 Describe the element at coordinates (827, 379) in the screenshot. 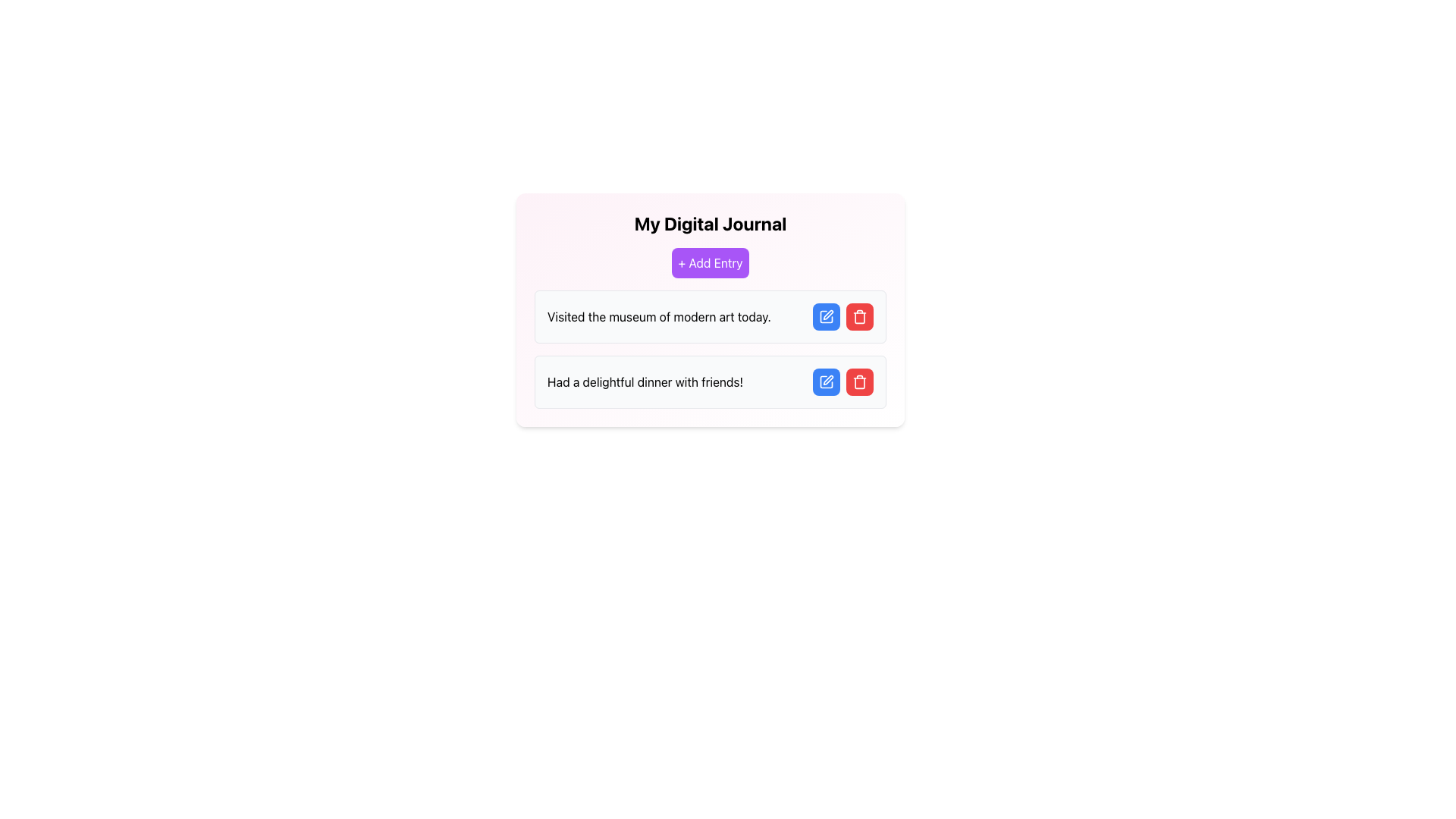

I see `the pen-shaped icon within the 'Edit' button in the second row of the journal entry listing as a visual cue for editing` at that location.